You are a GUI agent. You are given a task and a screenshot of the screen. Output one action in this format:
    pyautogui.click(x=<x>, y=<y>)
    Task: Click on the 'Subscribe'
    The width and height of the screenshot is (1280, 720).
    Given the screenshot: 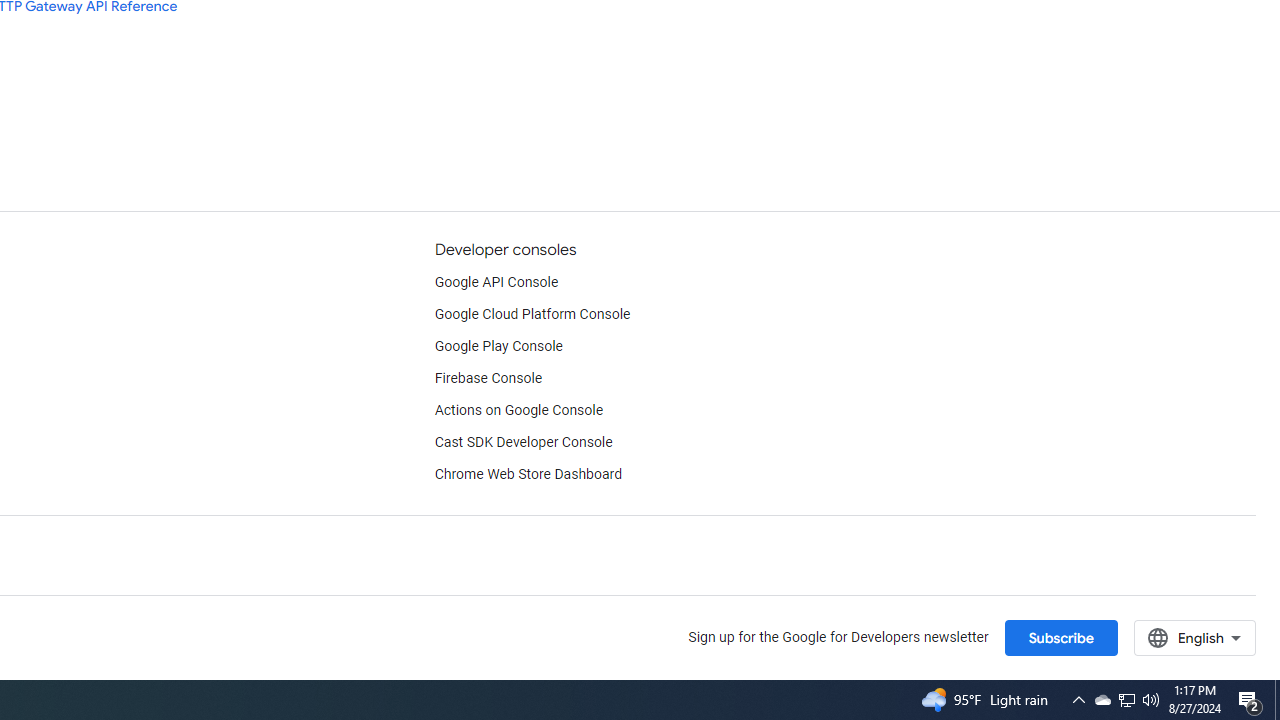 What is the action you would take?
    pyautogui.click(x=1059, y=637)
    